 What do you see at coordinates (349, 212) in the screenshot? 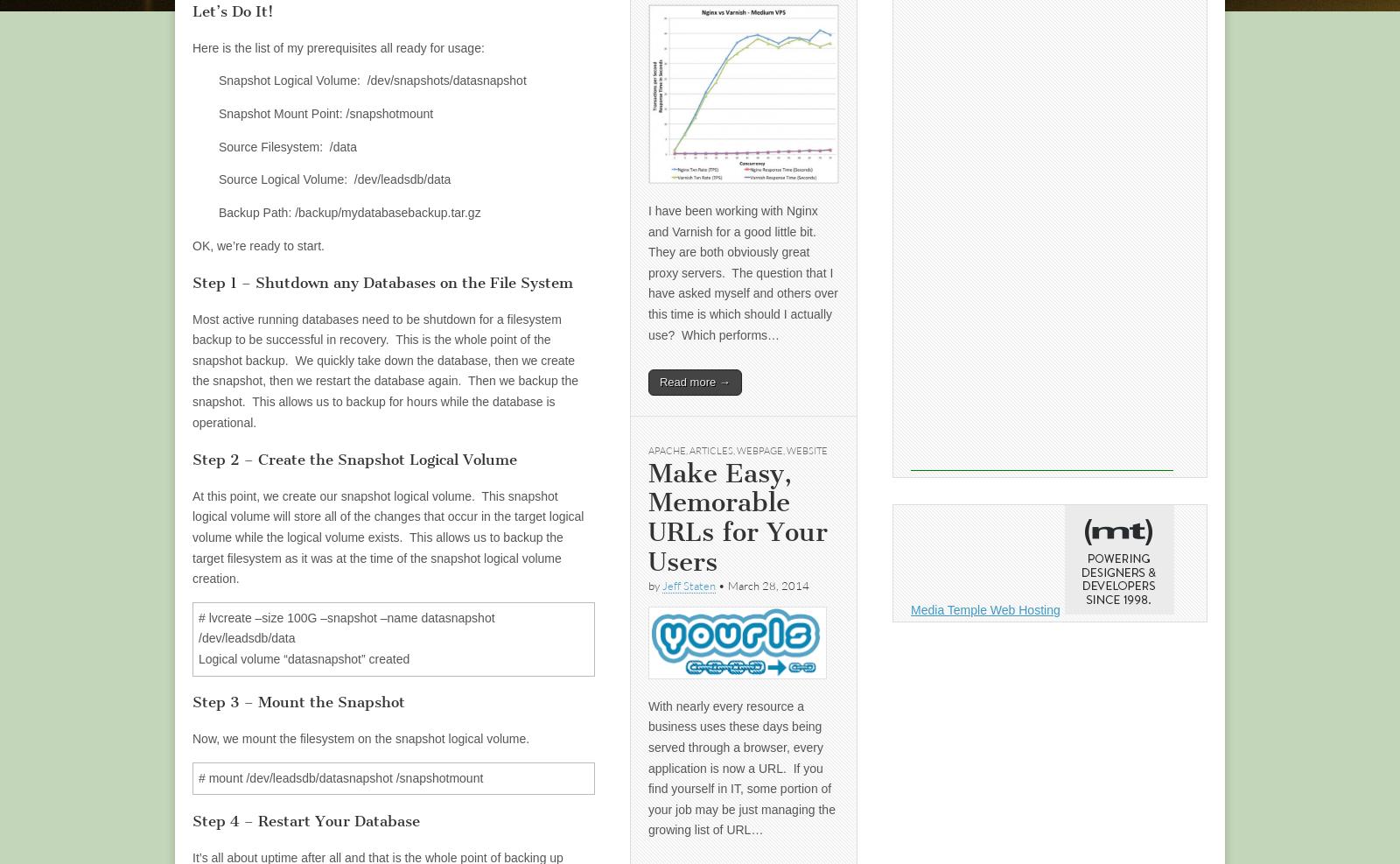
I see `'Backup Path: /backup/mydatabasebackup.tar.gz'` at bounding box center [349, 212].